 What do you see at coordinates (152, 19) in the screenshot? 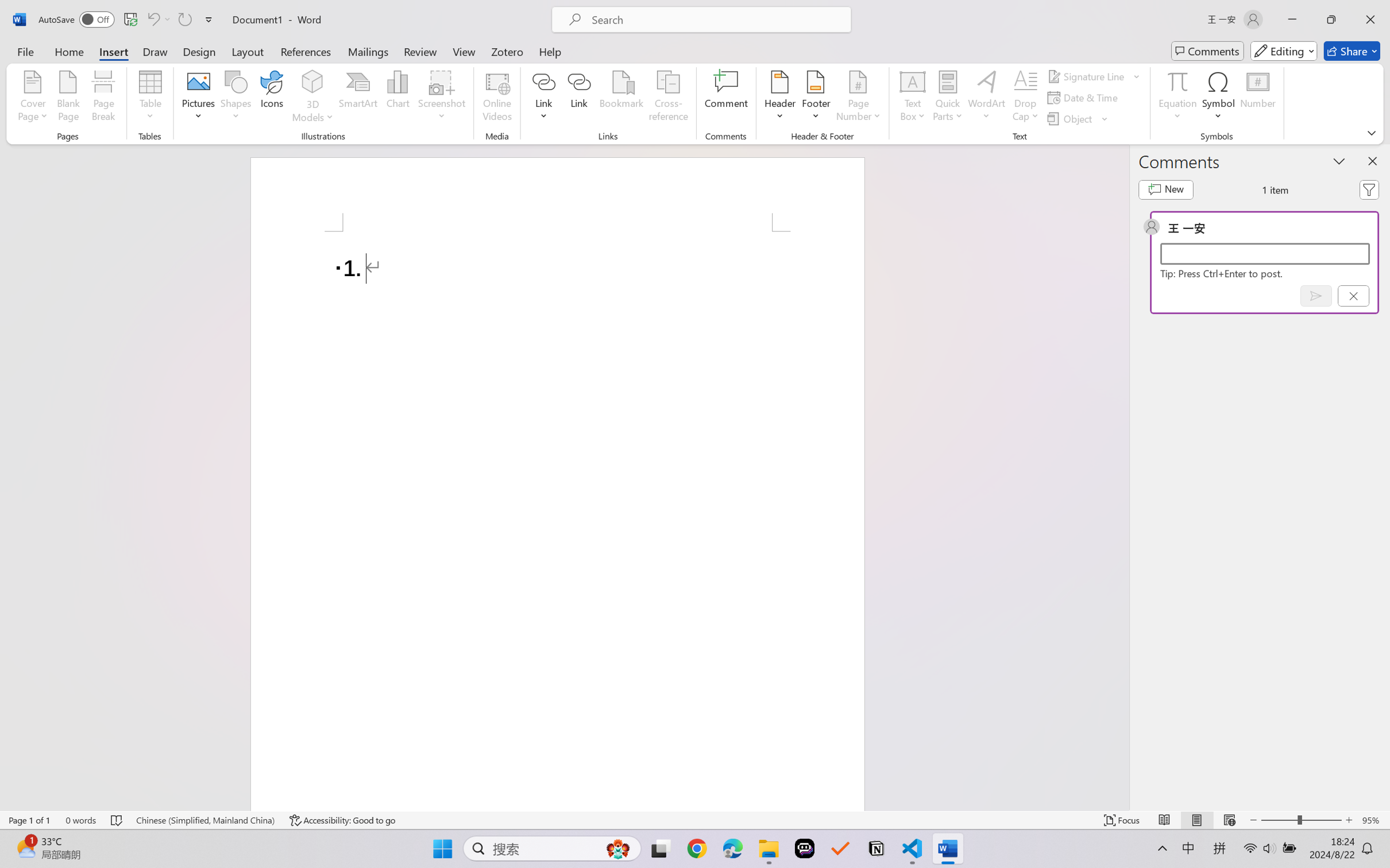
I see `'Undo Number Default'` at bounding box center [152, 19].